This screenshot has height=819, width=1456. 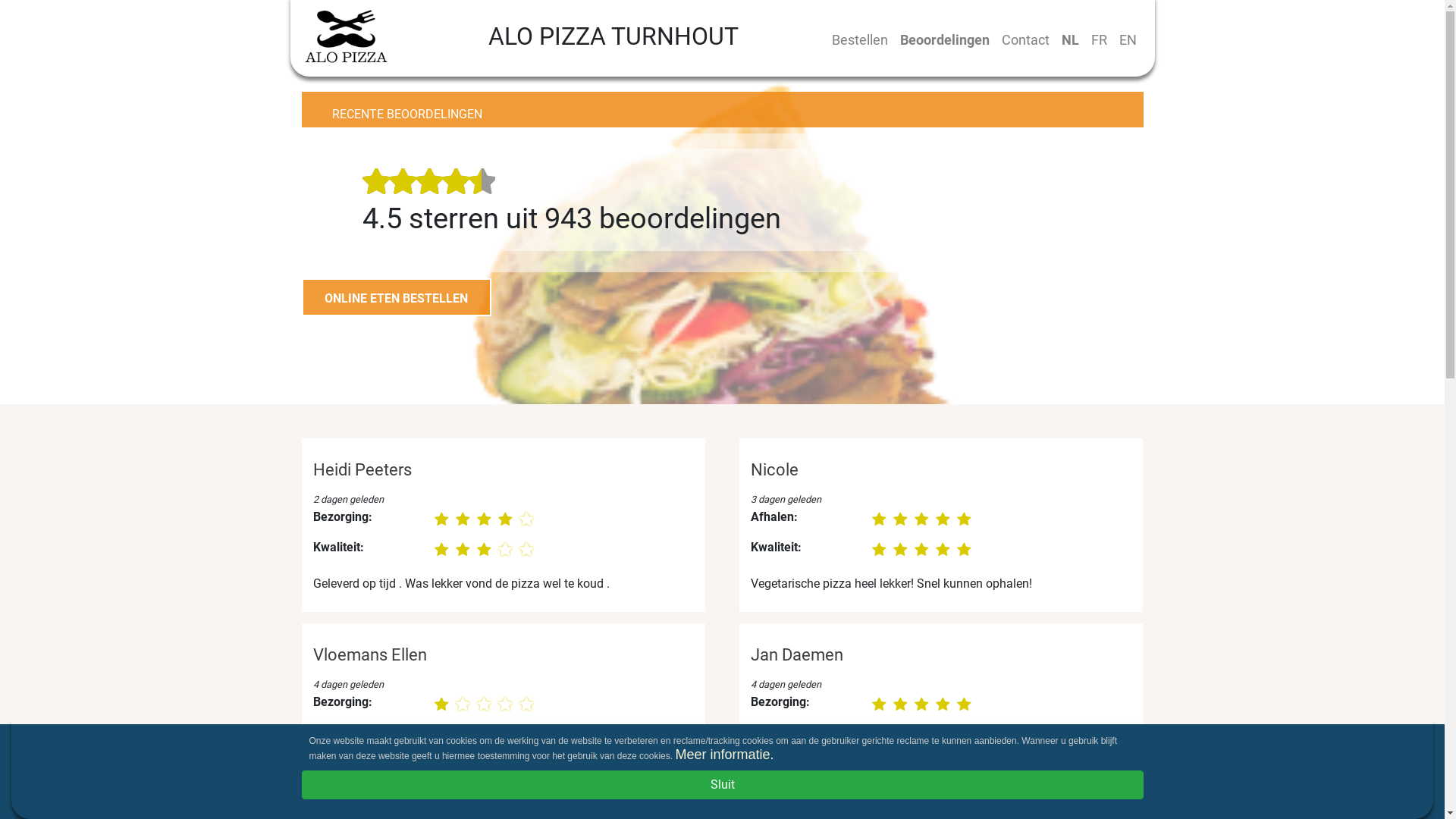 I want to click on 'FR', so click(x=1098, y=39).